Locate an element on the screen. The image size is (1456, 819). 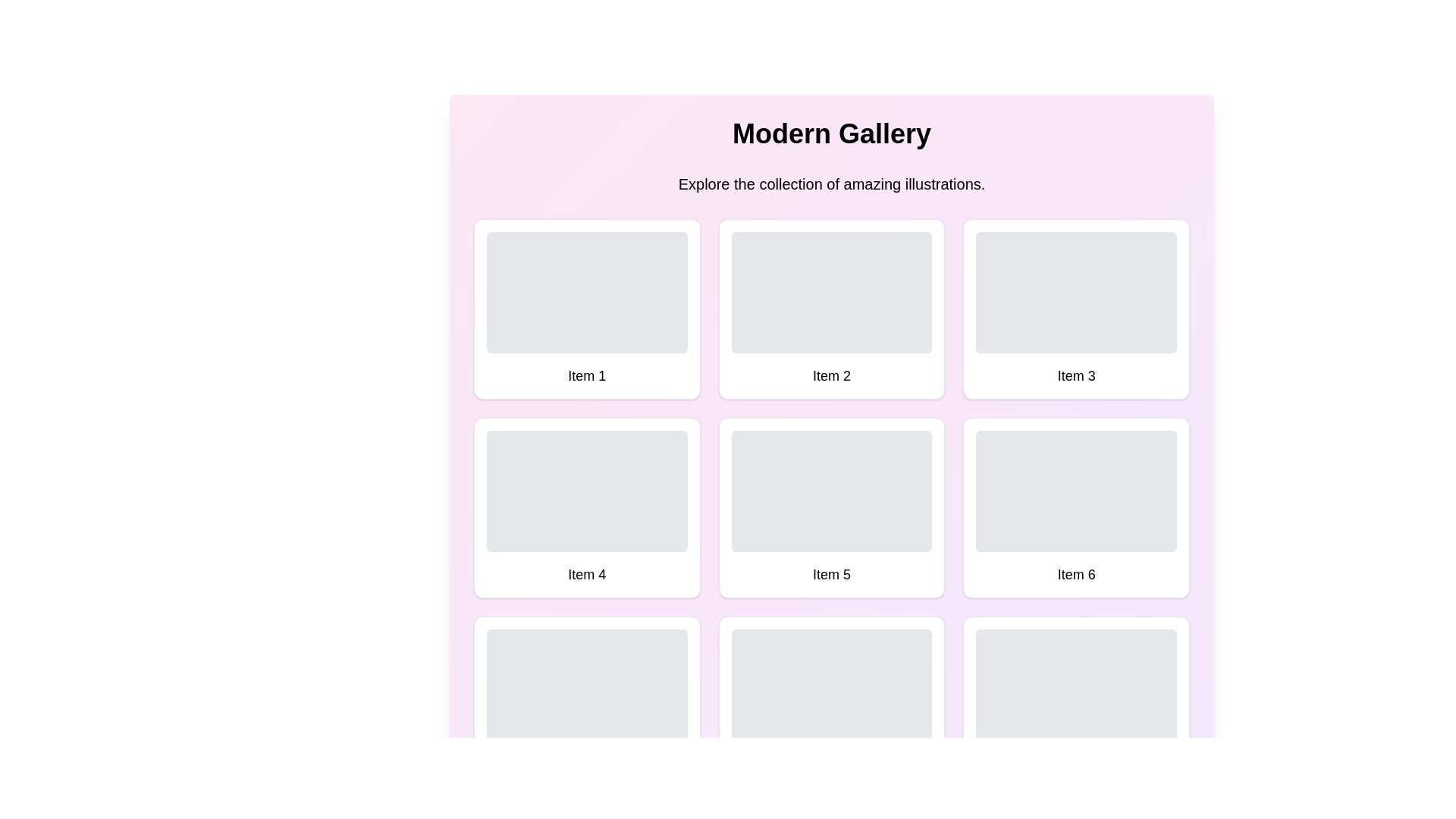
the descriptive title label for the 'Item 5' card, which is located in the middle column of the second row of a grid layout, positioned below a placeholder image is located at coordinates (830, 575).